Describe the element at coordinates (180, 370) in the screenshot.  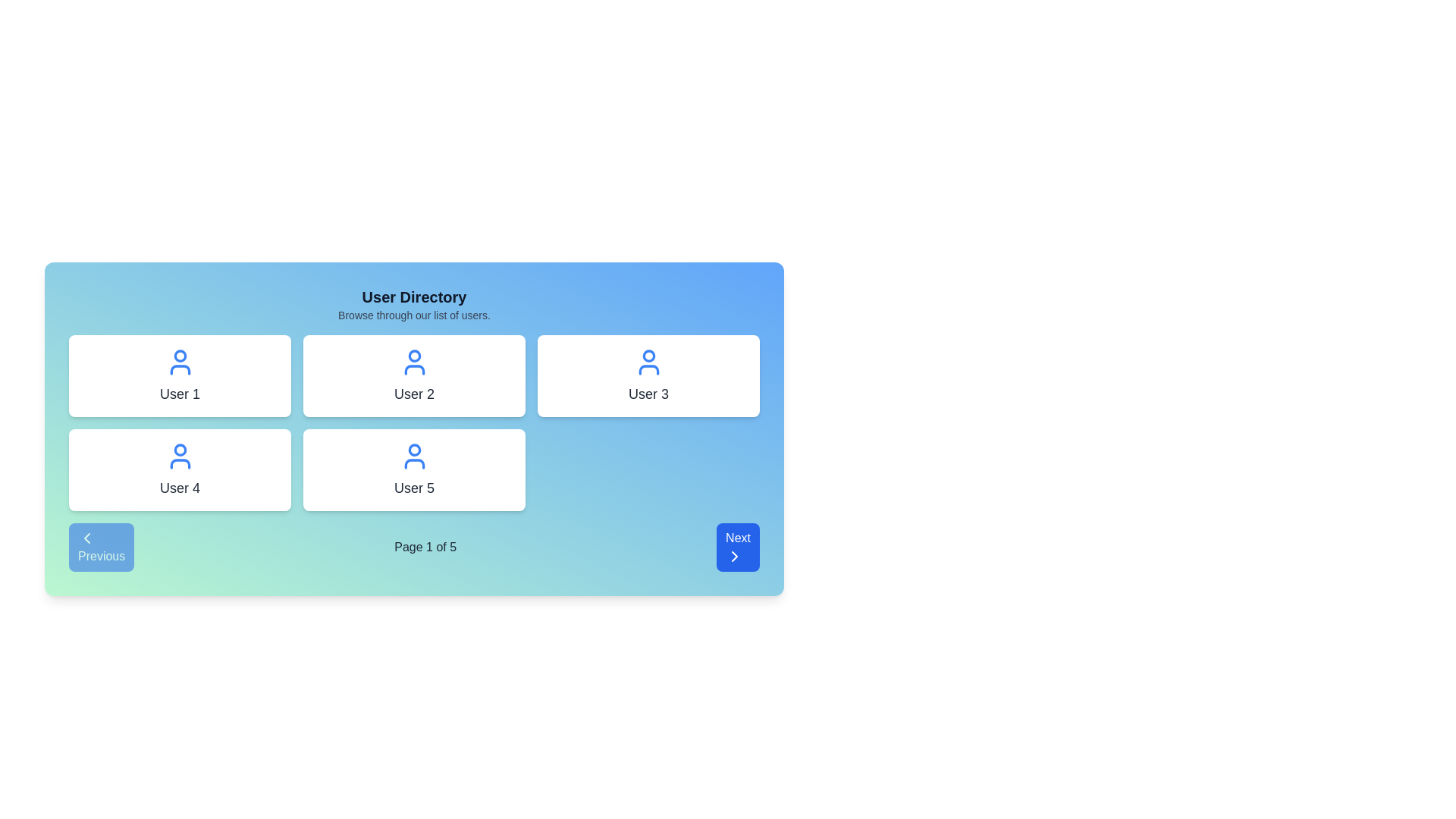
I see `the lower portion of the user avatar icon within the first user card labeled 'User 1' in the top-left corner of the interface` at that location.